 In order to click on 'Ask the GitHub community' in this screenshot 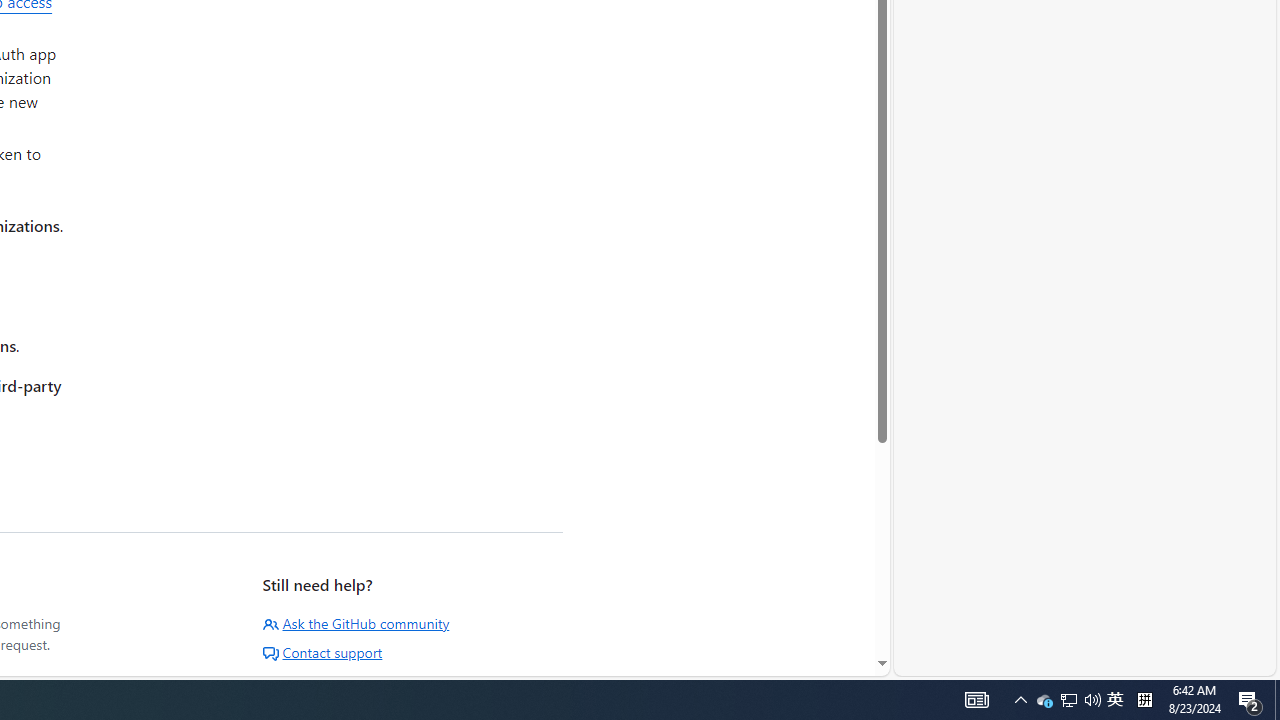, I will do `click(356, 622)`.